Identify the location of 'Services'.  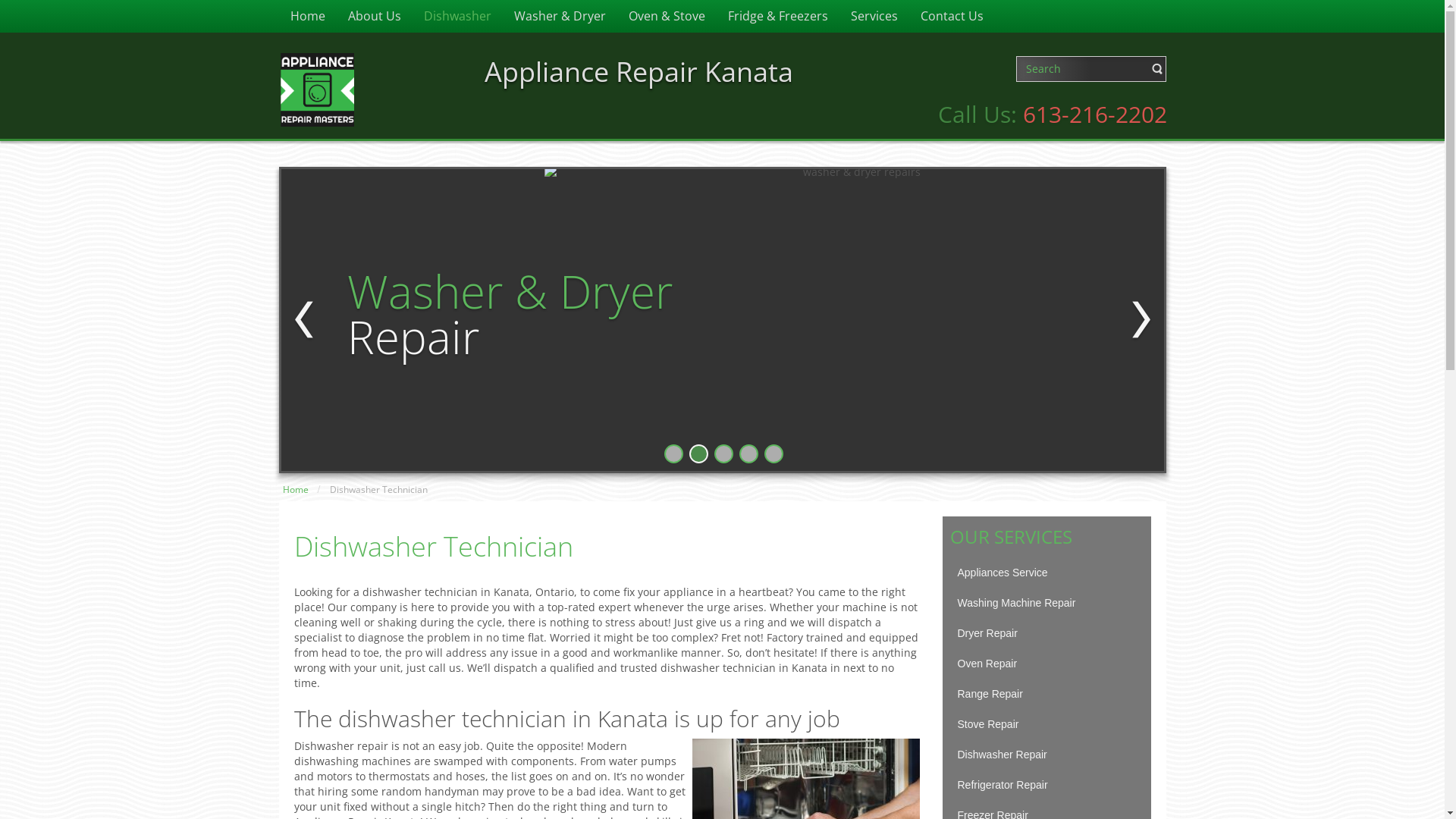
(837, 16).